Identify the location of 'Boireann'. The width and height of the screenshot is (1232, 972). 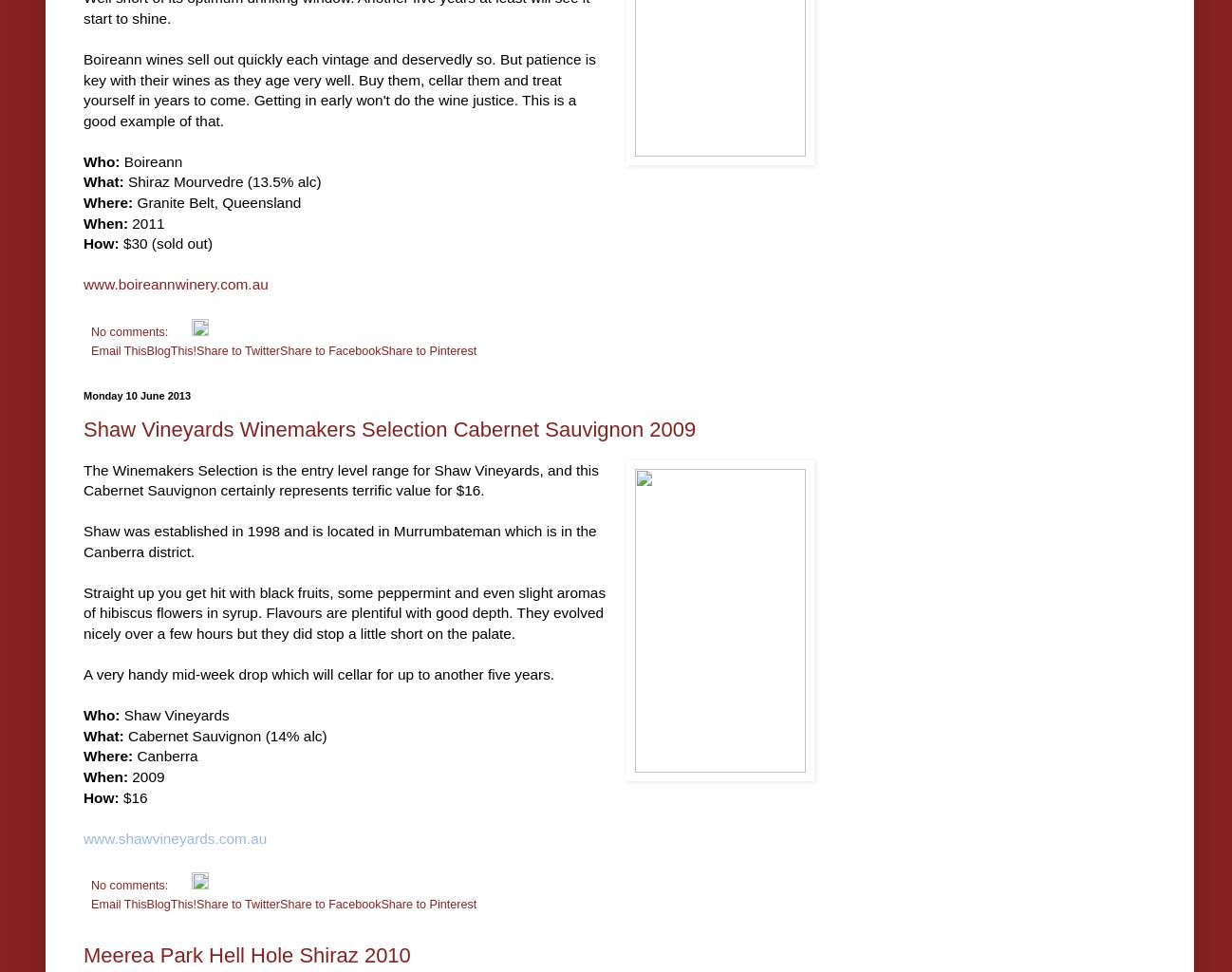
(120, 159).